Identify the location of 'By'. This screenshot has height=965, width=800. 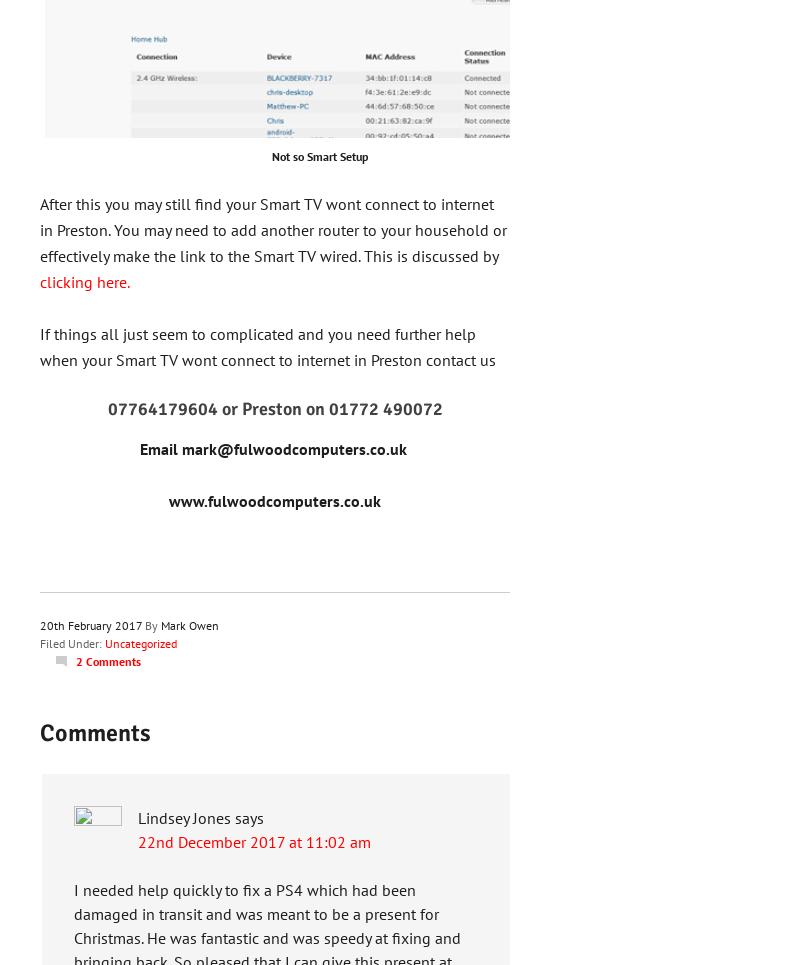
(151, 624).